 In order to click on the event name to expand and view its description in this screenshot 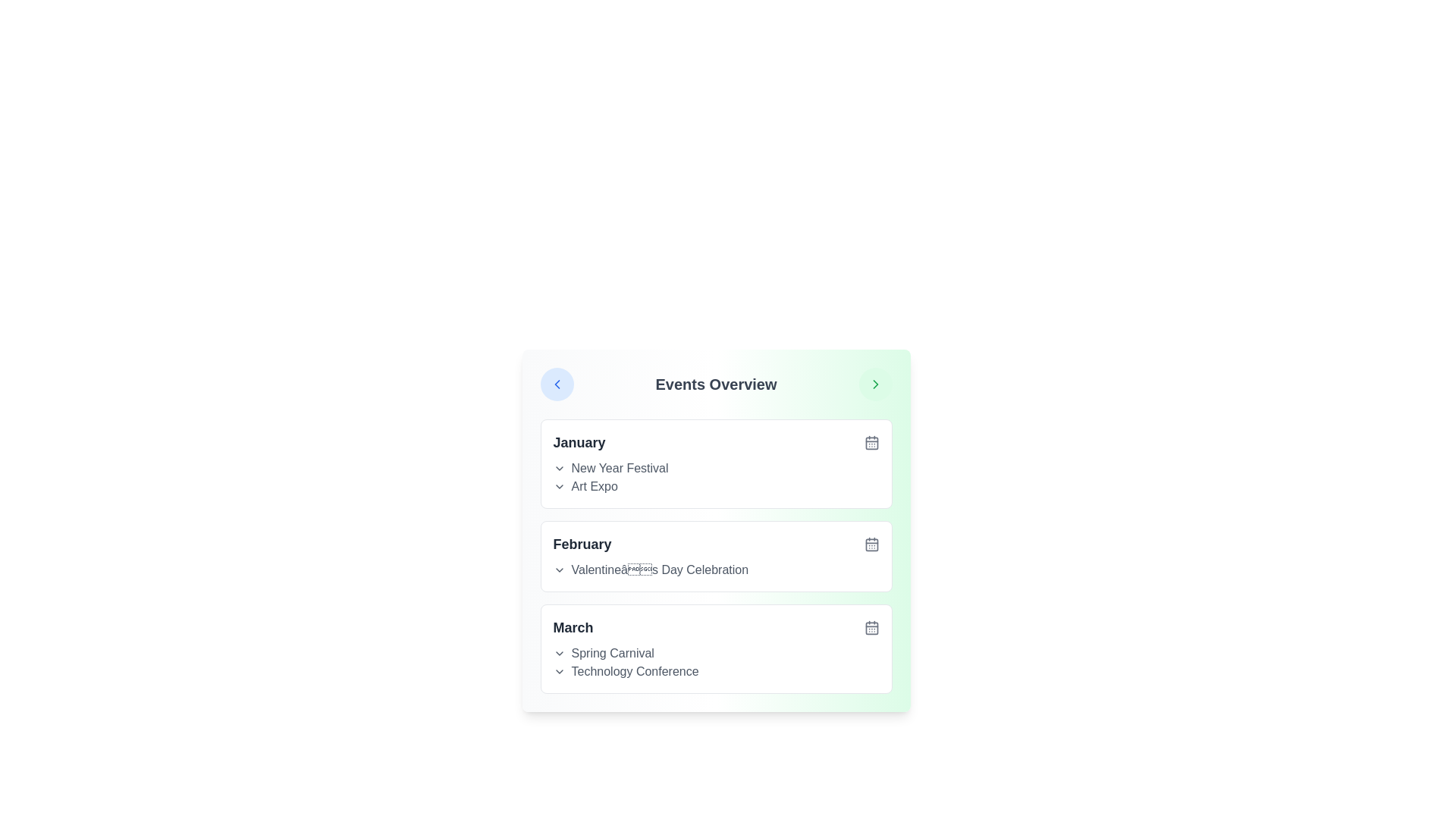, I will do `click(715, 463)`.